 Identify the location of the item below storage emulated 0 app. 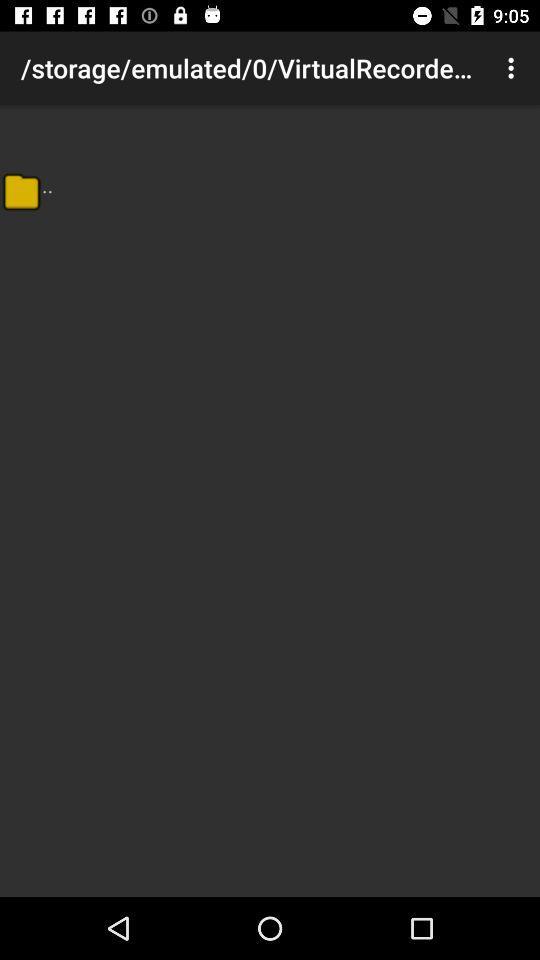
(47, 184).